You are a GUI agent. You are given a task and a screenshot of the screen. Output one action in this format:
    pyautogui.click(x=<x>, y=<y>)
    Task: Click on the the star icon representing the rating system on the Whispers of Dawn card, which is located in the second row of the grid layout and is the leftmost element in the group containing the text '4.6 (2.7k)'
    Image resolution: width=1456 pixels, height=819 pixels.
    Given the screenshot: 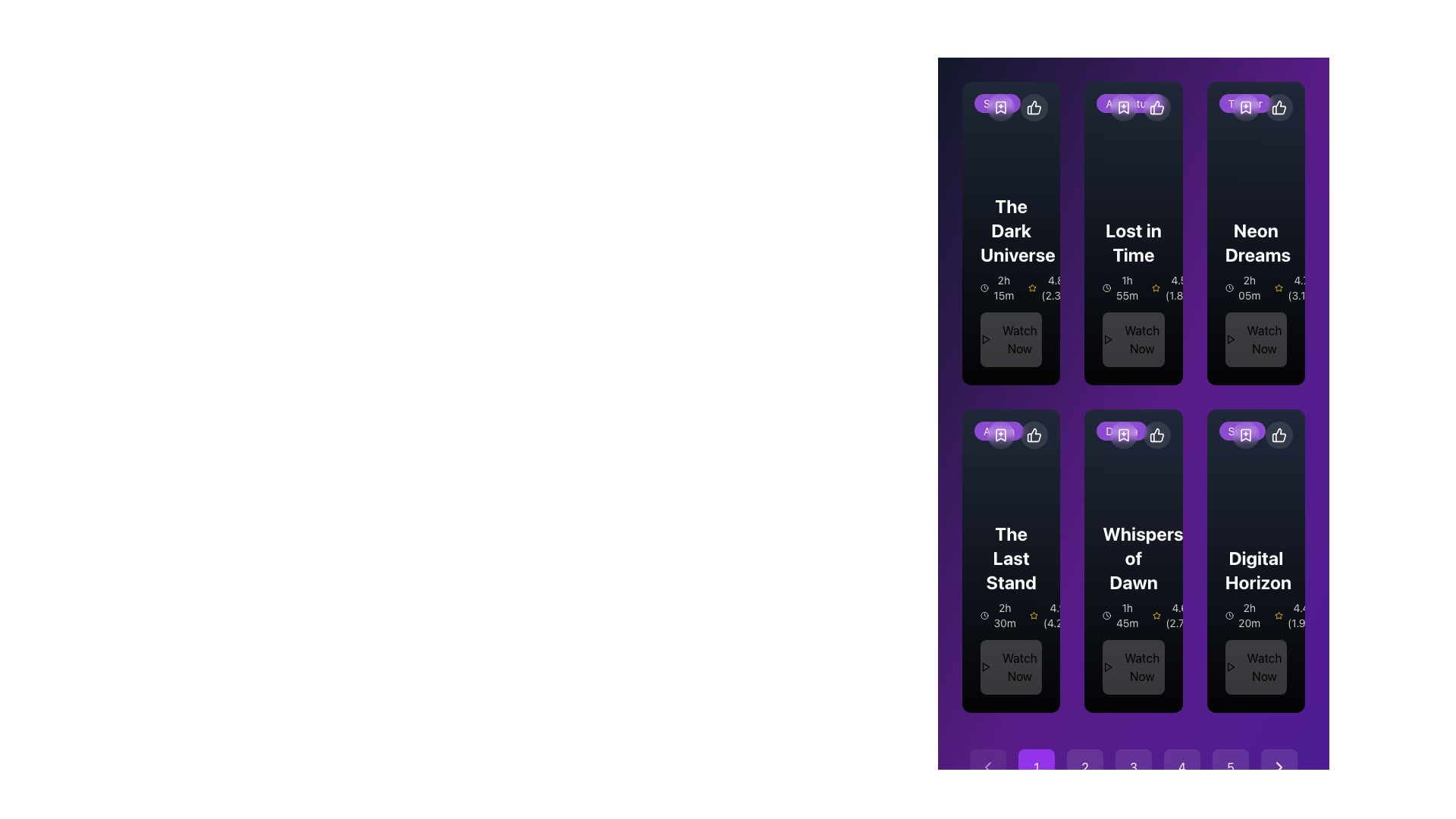 What is the action you would take?
    pyautogui.click(x=1156, y=616)
    